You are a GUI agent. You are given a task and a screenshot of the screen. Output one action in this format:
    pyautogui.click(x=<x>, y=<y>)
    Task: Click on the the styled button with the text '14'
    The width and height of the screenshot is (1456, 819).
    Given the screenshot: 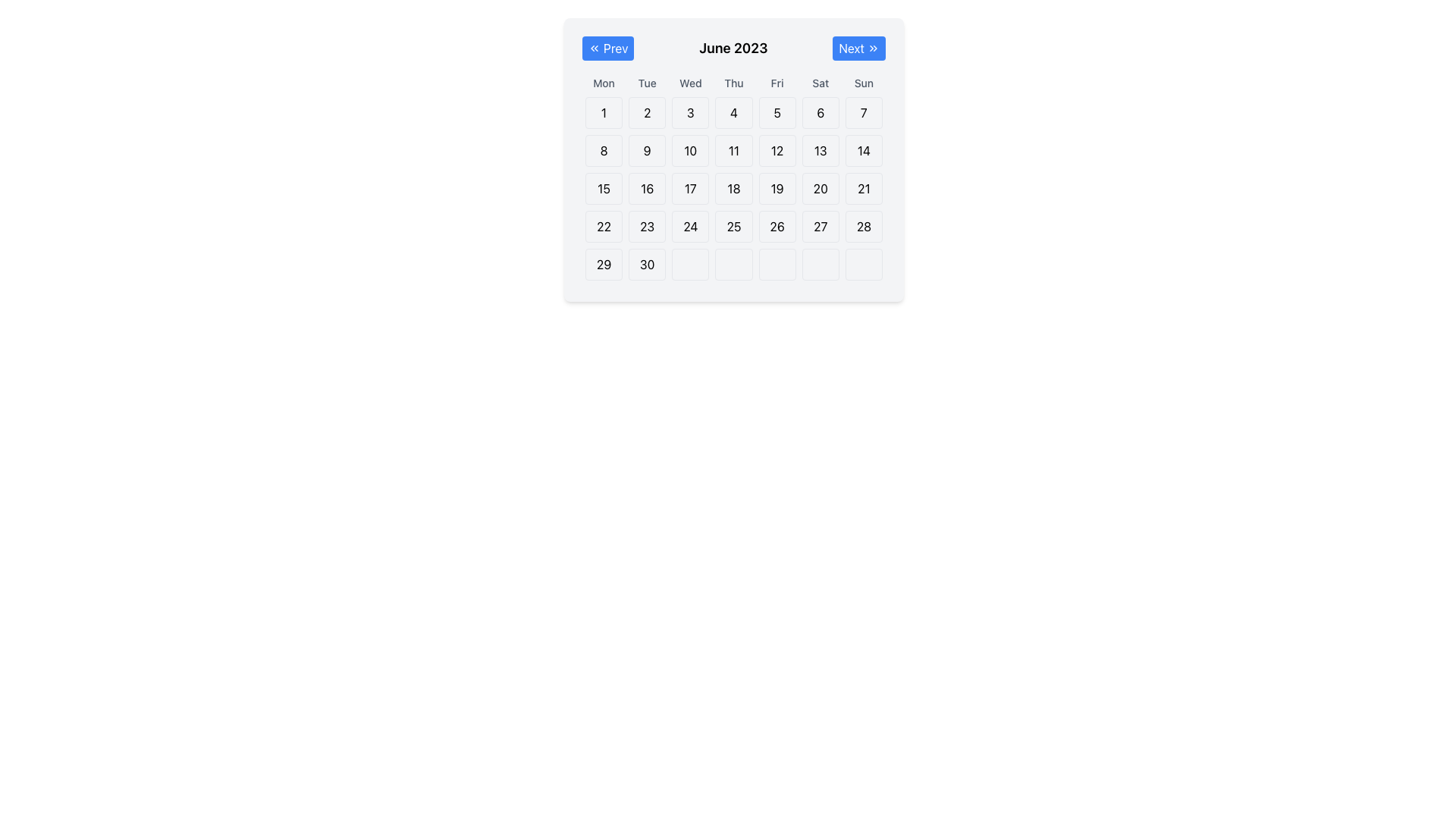 What is the action you would take?
    pyautogui.click(x=864, y=151)
    